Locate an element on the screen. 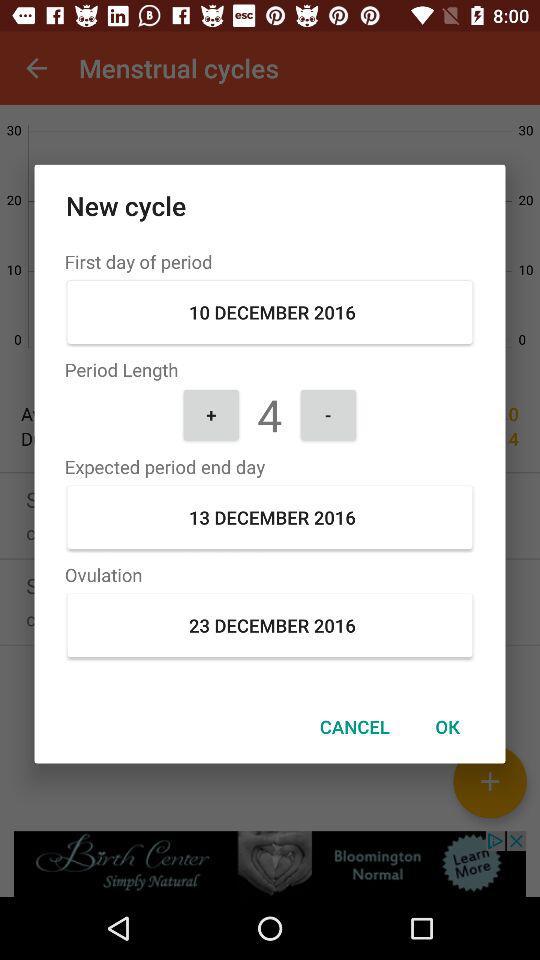  the item below period length item is located at coordinates (210, 413).